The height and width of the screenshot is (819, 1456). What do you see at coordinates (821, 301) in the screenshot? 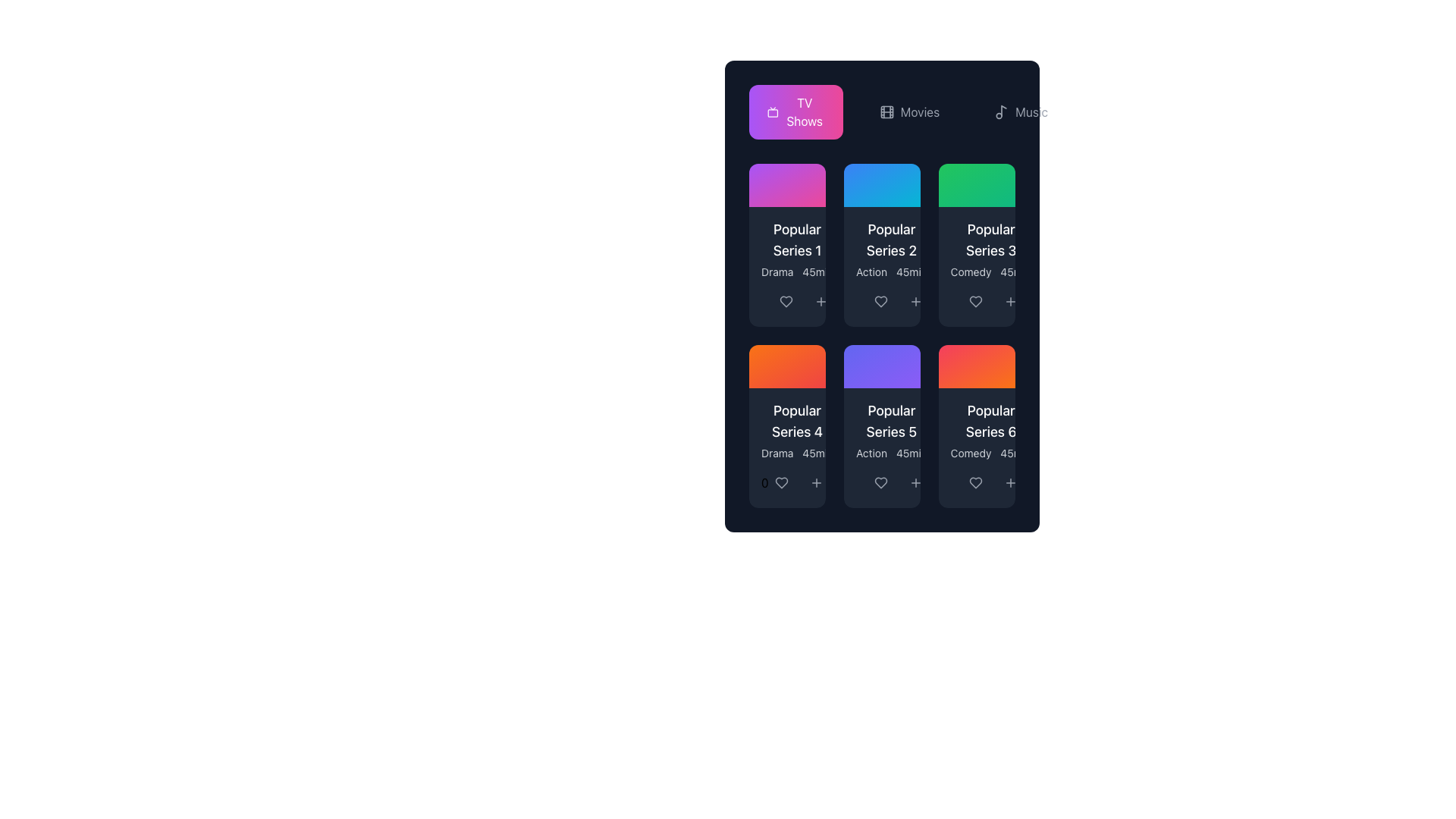
I see `the '+' icon button located in the bottom right area of the 'Popular Series 1' card` at bounding box center [821, 301].